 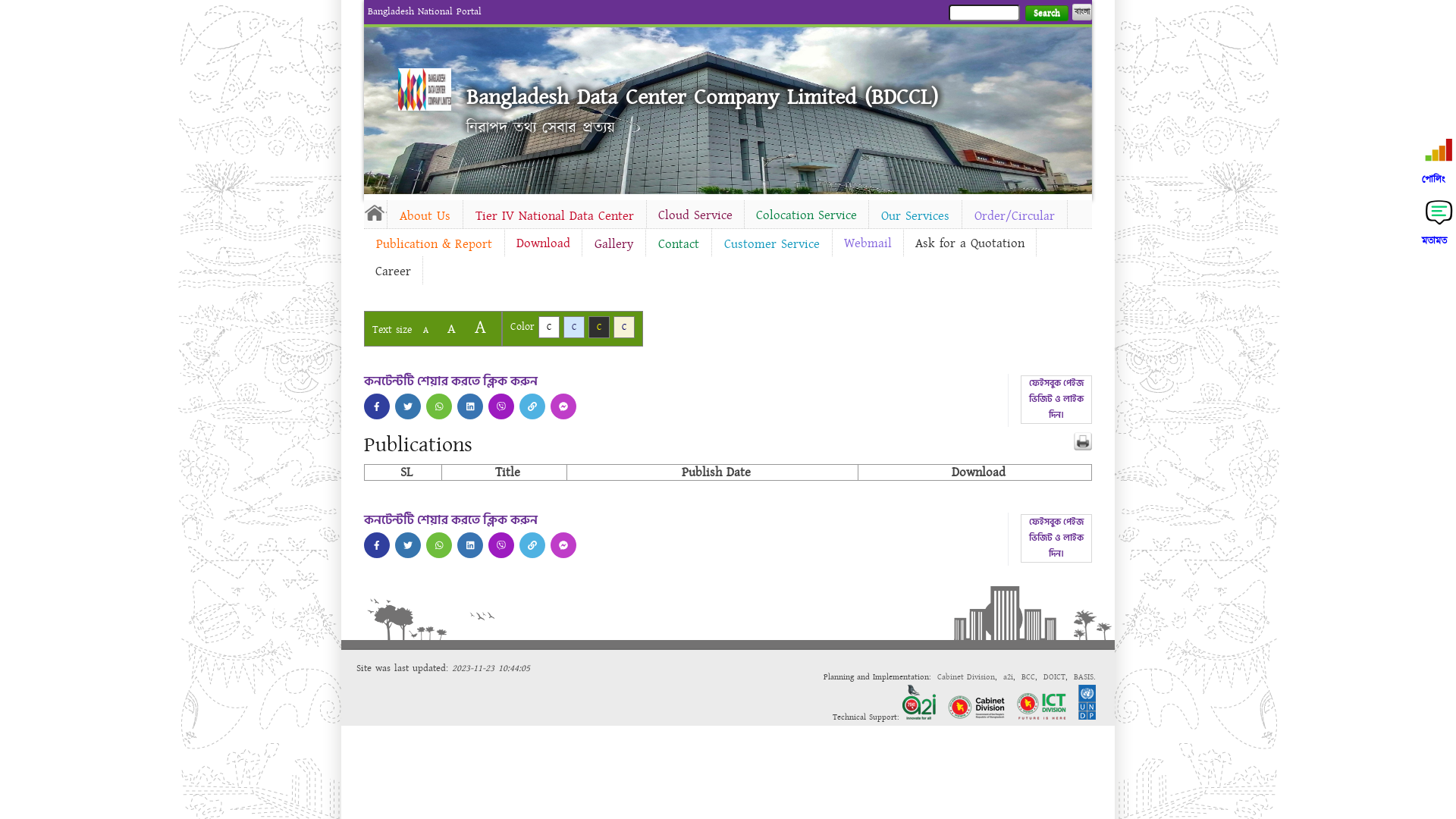 I want to click on 'BCC', so click(x=1028, y=676).